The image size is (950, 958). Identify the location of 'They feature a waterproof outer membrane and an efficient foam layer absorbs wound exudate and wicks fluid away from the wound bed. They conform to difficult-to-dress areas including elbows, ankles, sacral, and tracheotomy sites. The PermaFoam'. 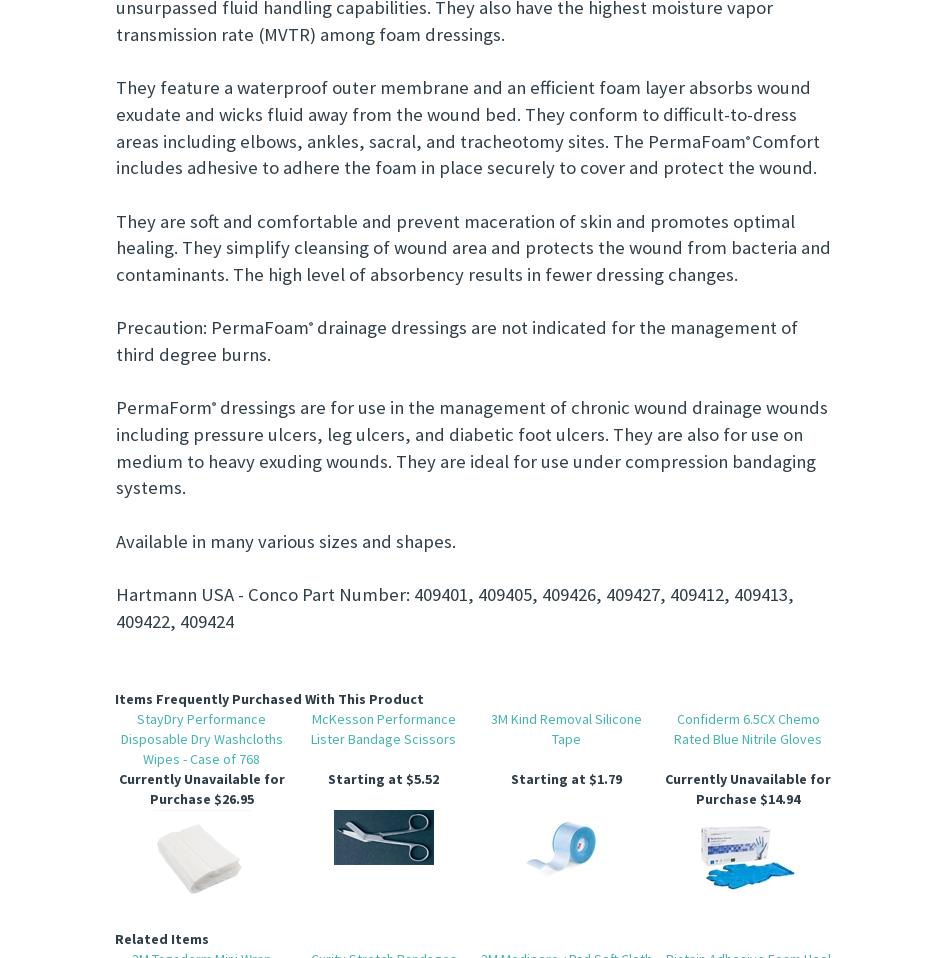
(462, 114).